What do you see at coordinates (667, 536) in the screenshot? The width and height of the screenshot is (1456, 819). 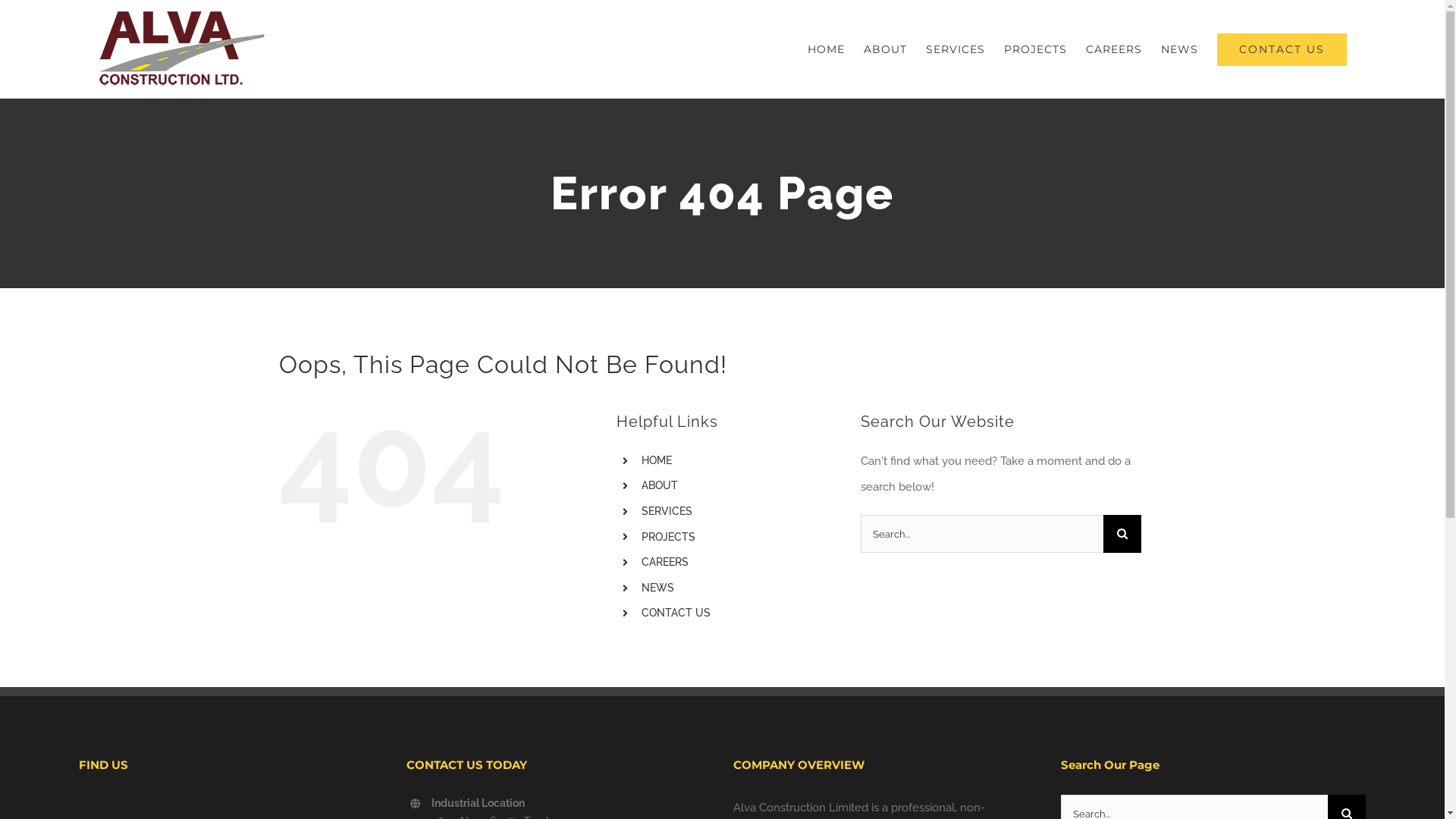 I see `'PROJECTS'` at bounding box center [667, 536].